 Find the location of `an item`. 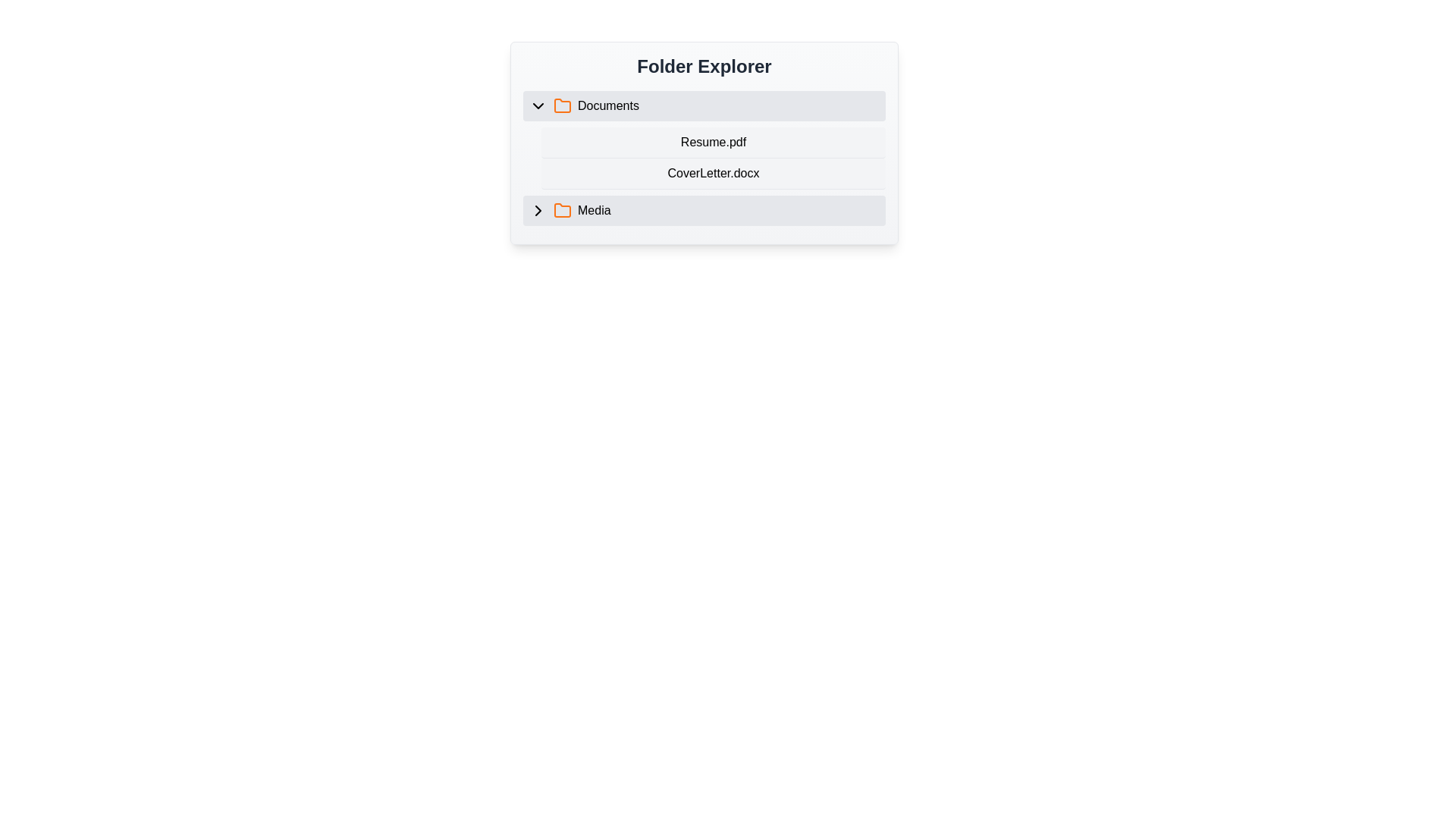

an item is located at coordinates (704, 140).